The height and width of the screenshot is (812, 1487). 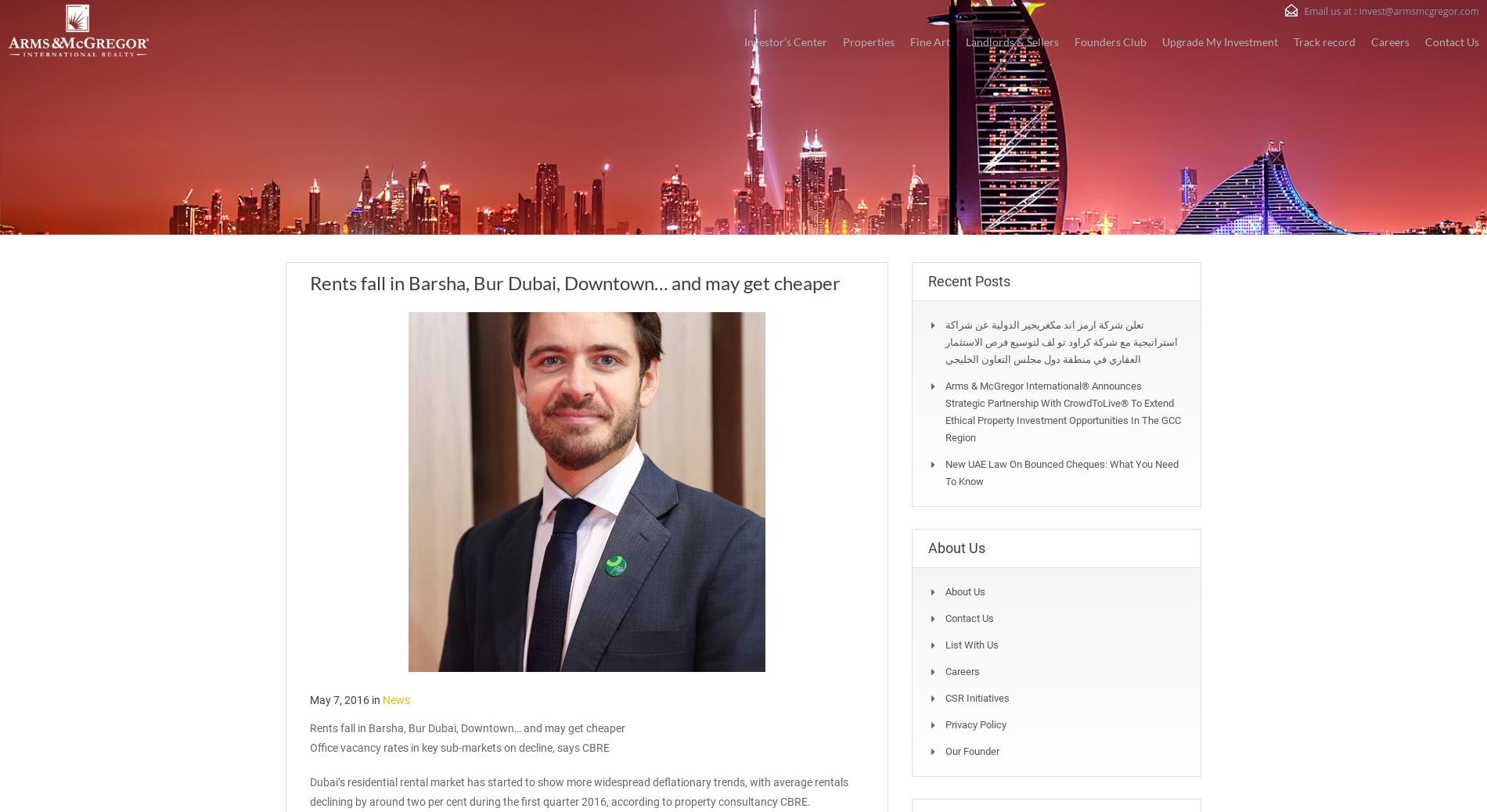 What do you see at coordinates (338, 699) in the screenshot?
I see `'May 7, 2016'` at bounding box center [338, 699].